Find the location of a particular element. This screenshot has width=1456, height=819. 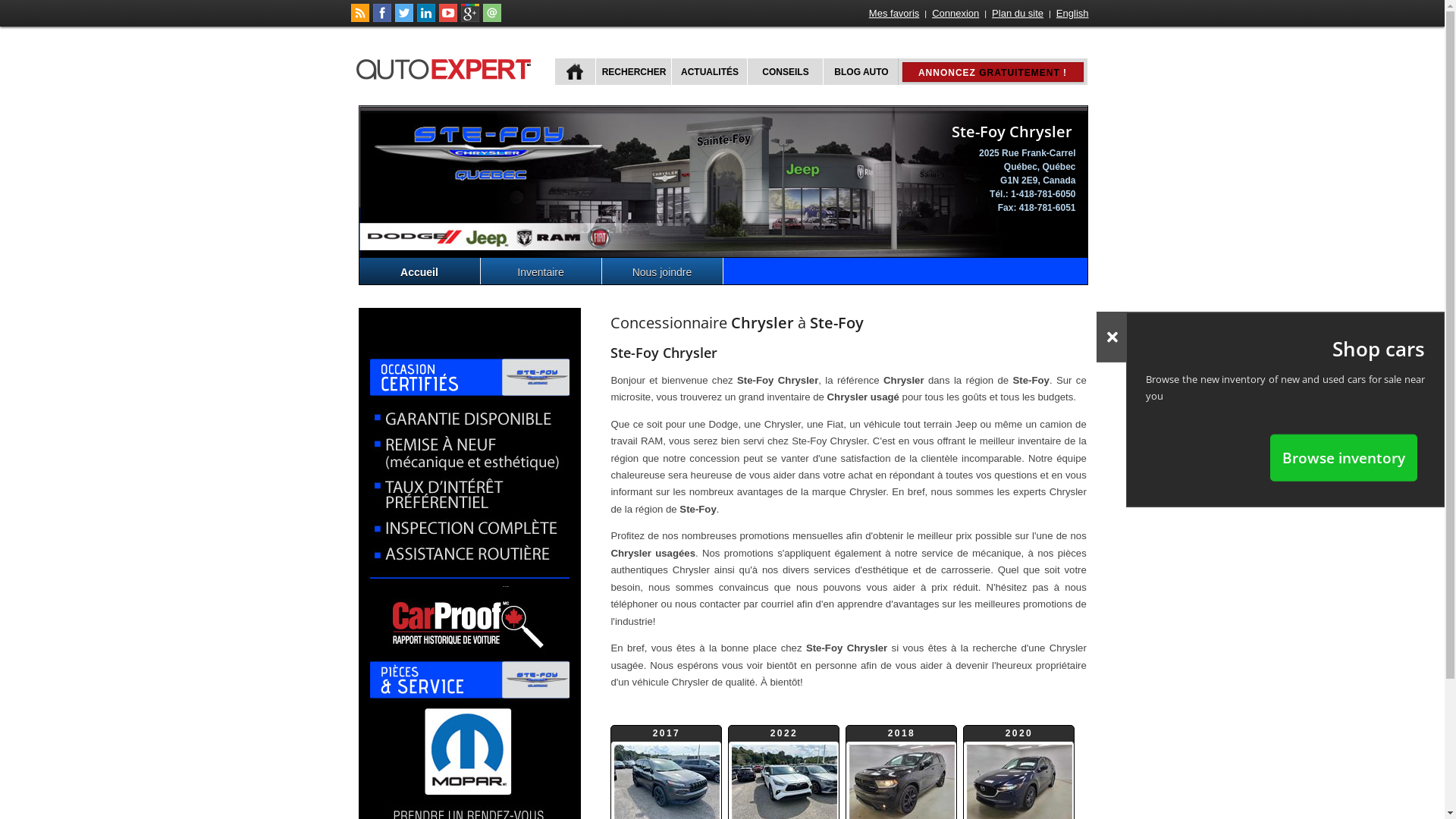

'BLOG AUTO' is located at coordinates (859, 71).